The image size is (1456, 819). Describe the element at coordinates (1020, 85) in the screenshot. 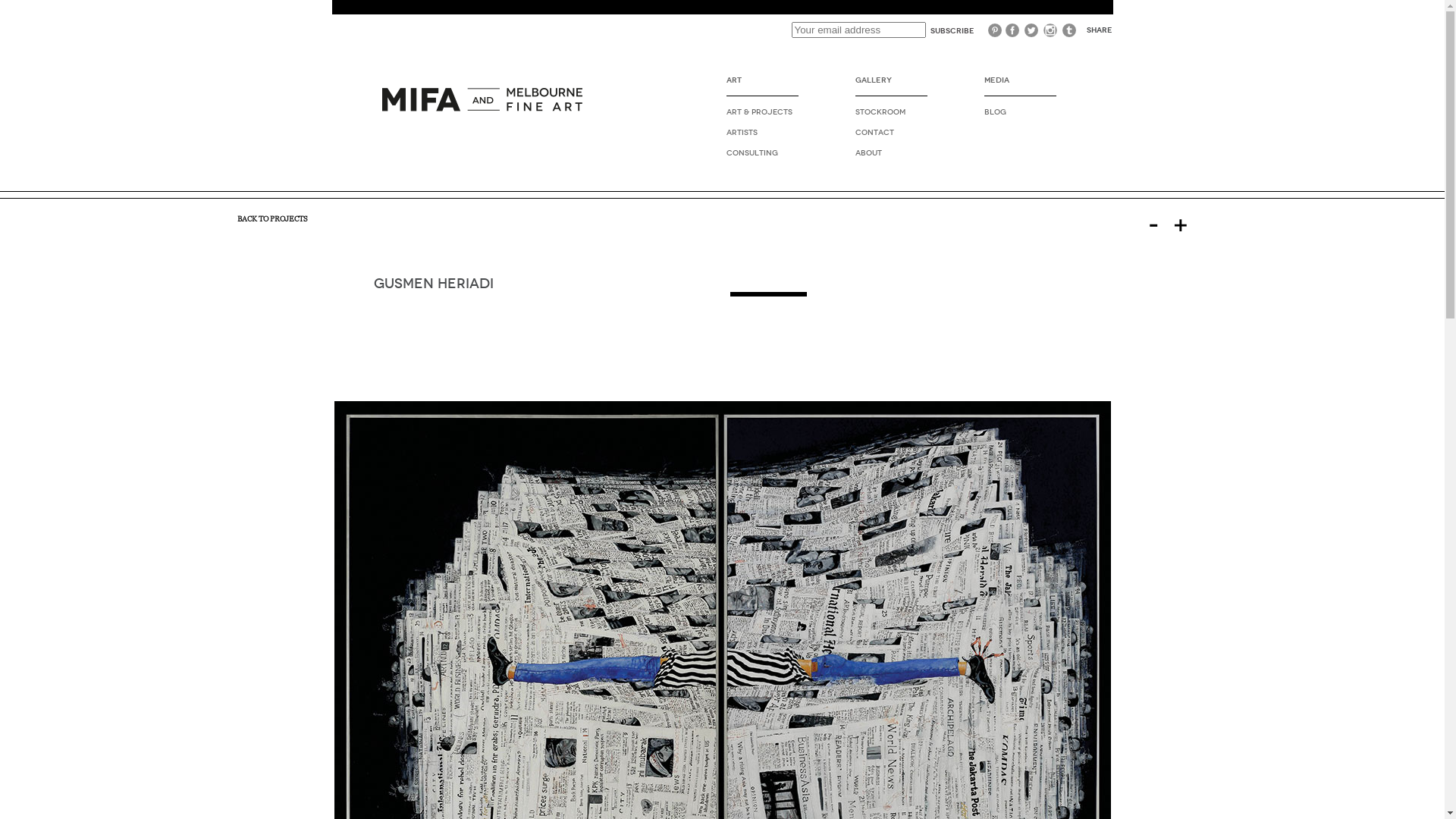

I see `'MEDIA'` at that location.